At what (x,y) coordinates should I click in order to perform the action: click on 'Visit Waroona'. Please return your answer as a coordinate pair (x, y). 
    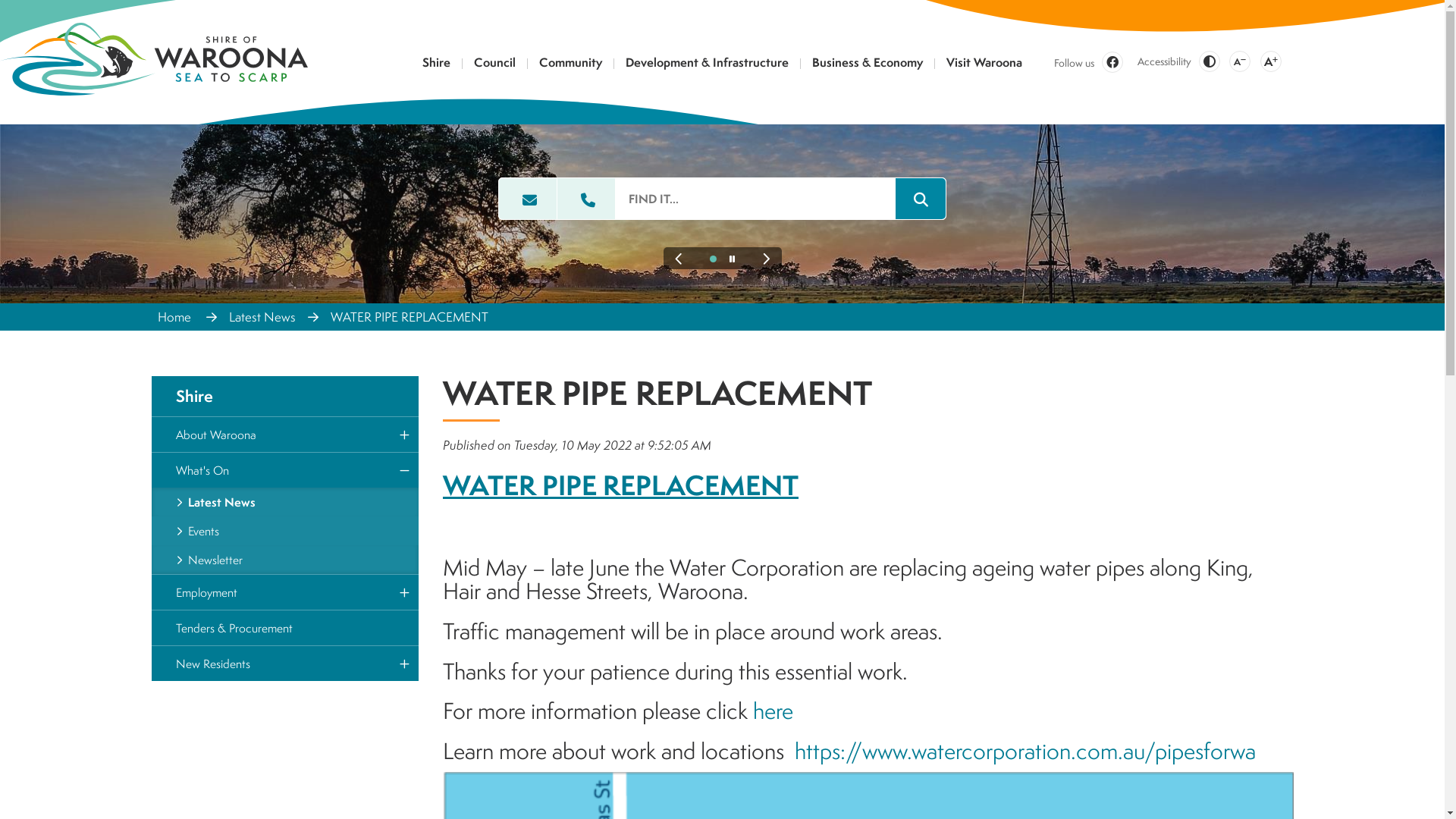
    Looking at the image, I should click on (984, 66).